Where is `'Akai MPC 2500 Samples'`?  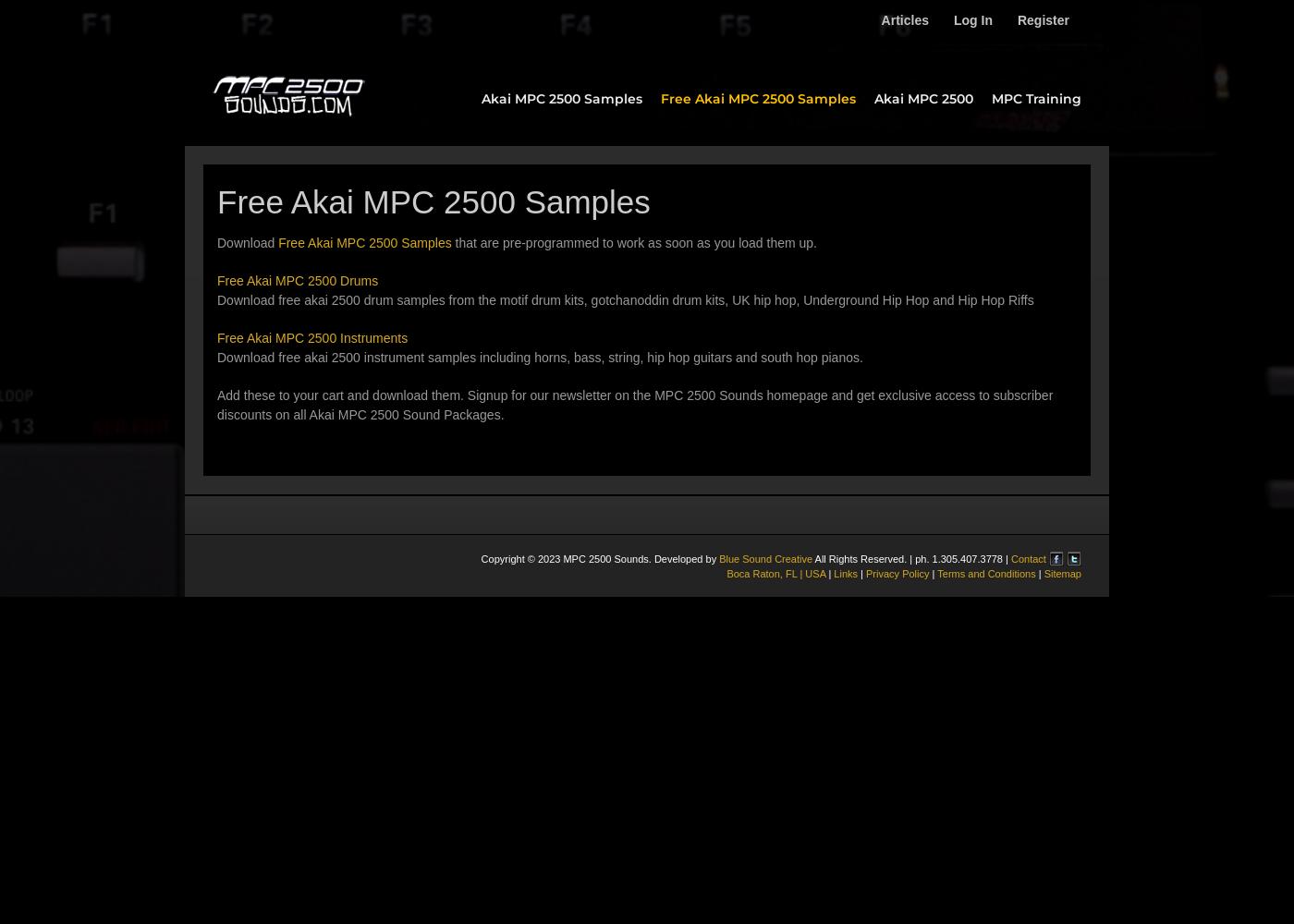
'Akai MPC 2500 Samples' is located at coordinates (562, 98).